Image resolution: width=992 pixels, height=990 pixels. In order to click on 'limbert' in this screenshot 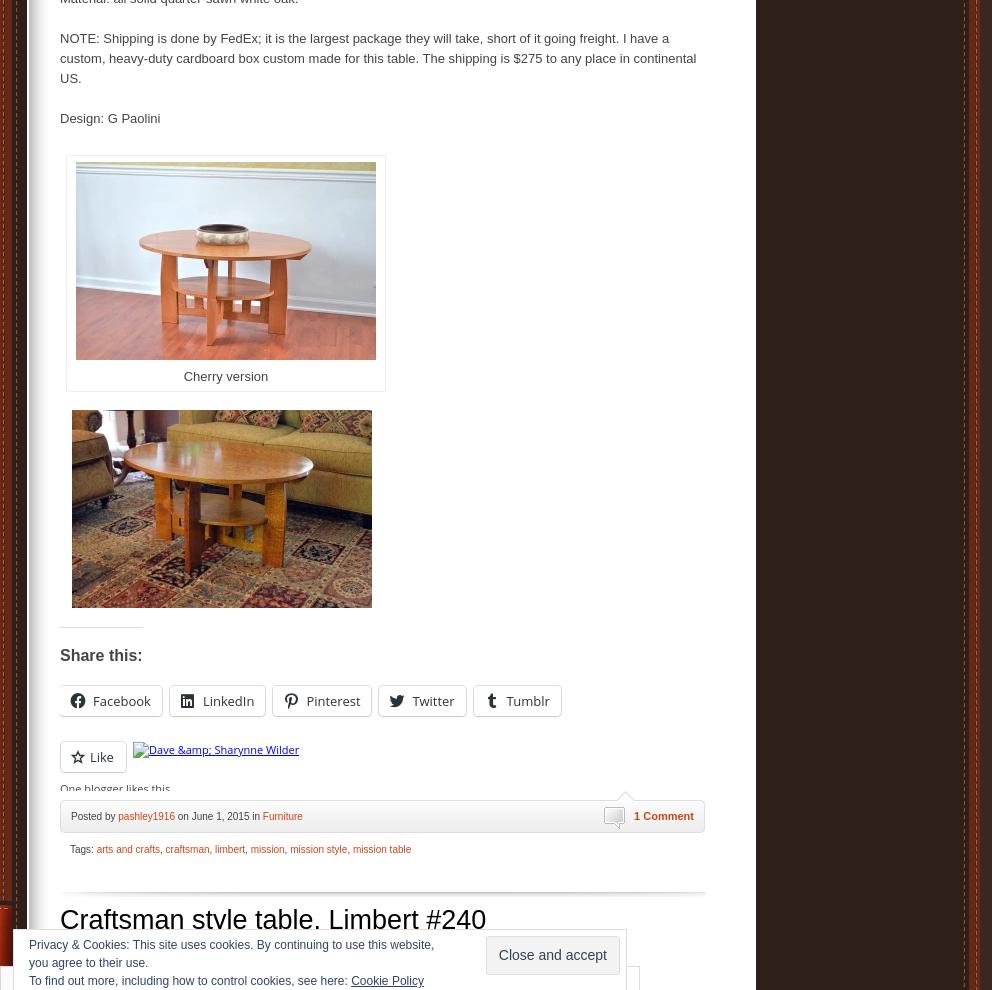, I will do `click(230, 848)`.